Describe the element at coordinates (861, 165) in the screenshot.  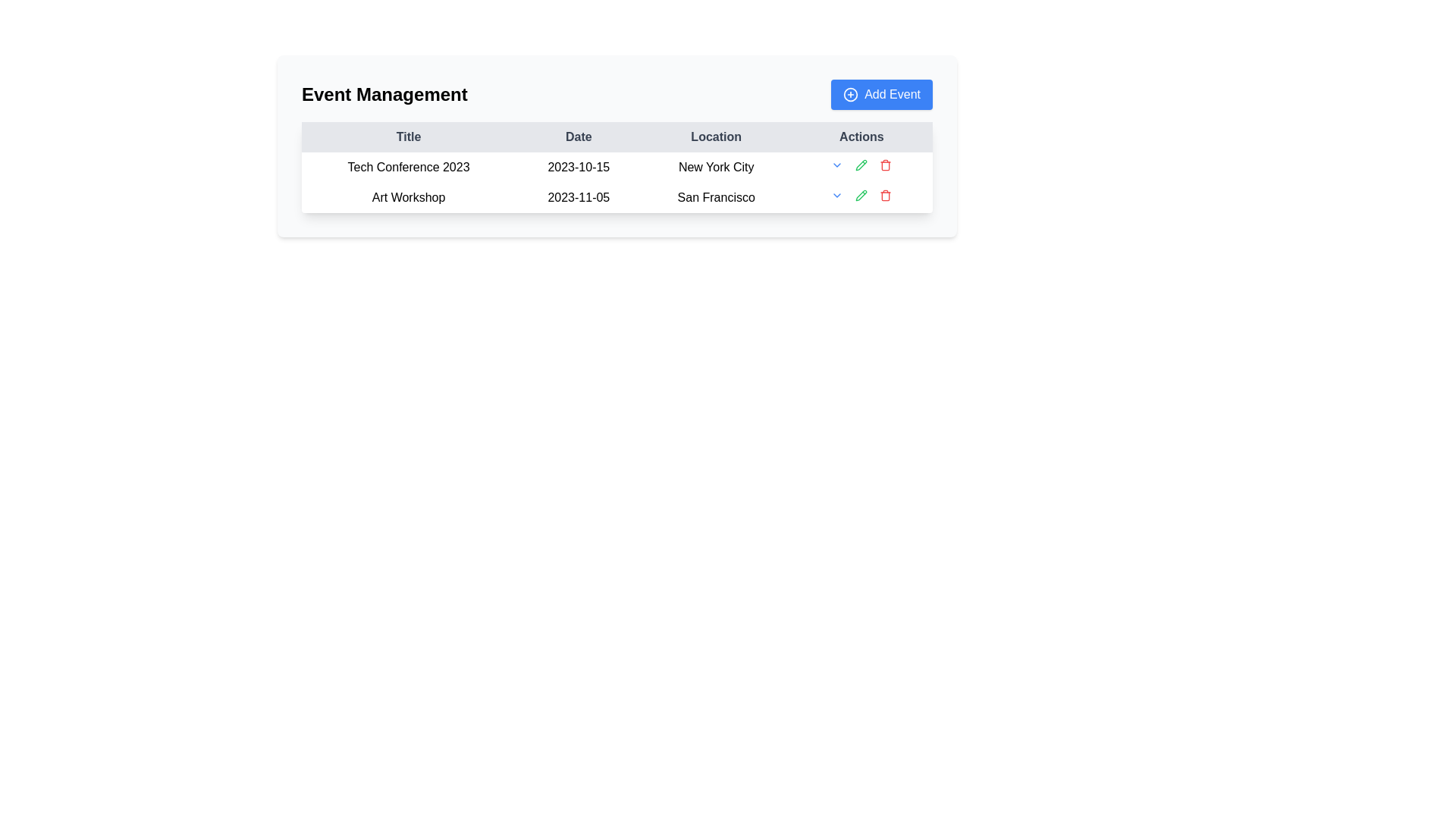
I see `the edit action icon button located in the 'Actions' column of the second row in the table` at that location.